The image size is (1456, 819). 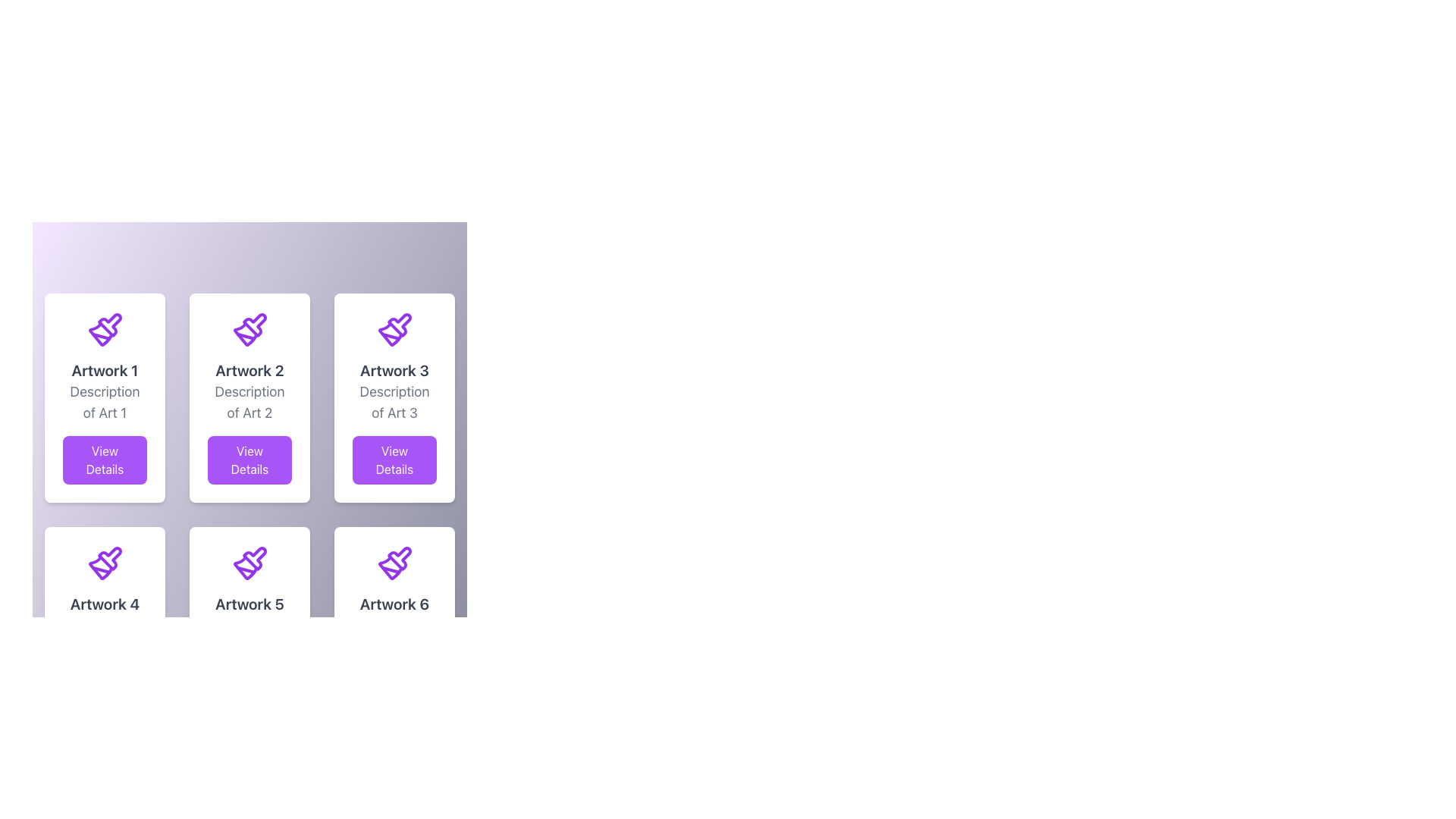 What do you see at coordinates (104, 371) in the screenshot?
I see `text label displaying the title or heading of the first card in the grid layout, located below a purple icon and above the description text and the 'View Details' button` at bounding box center [104, 371].